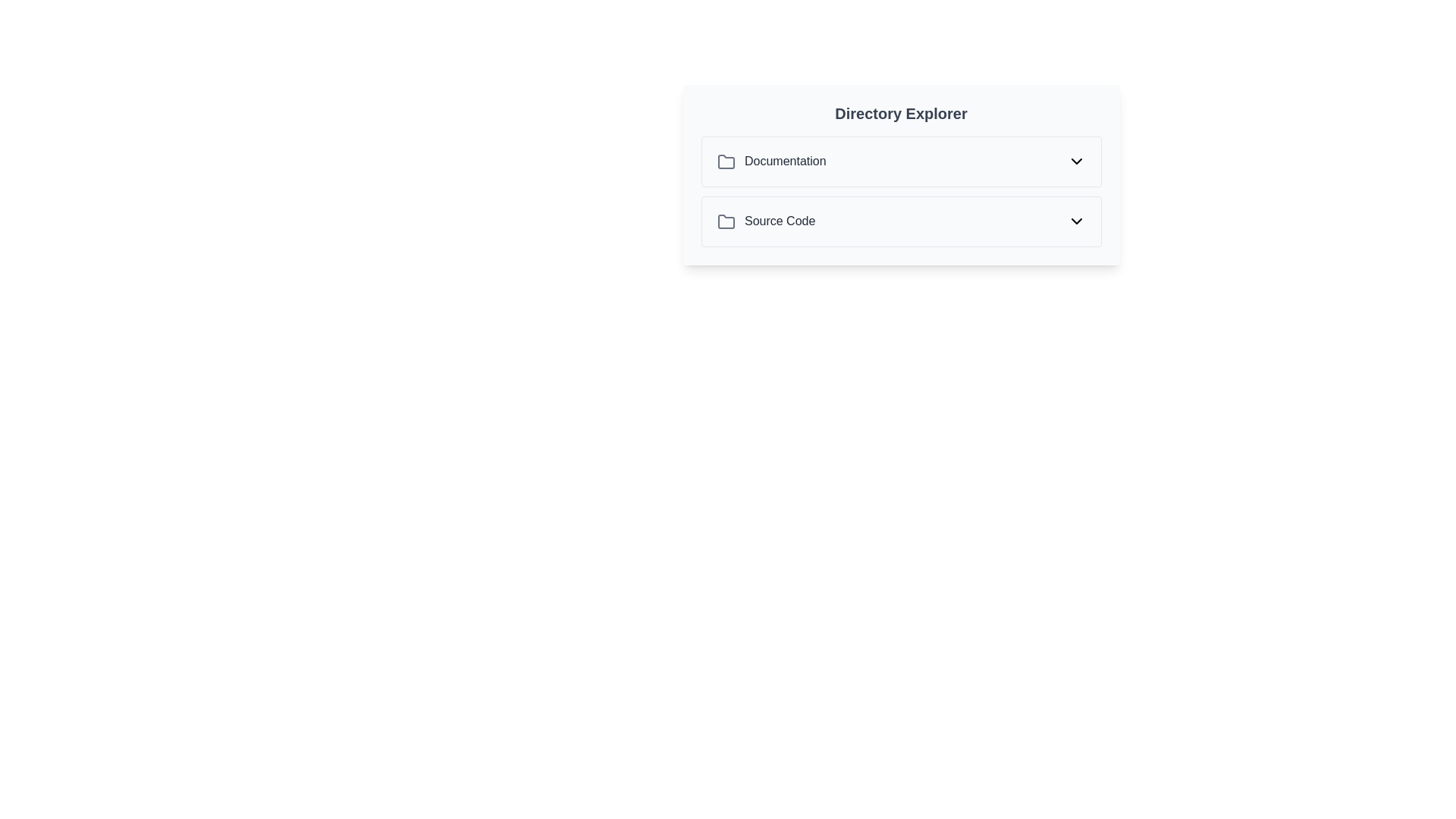 This screenshot has width=1456, height=819. What do you see at coordinates (725, 221) in the screenshot?
I see `the folder-like icon located to the left of the 'Source Code' text` at bounding box center [725, 221].